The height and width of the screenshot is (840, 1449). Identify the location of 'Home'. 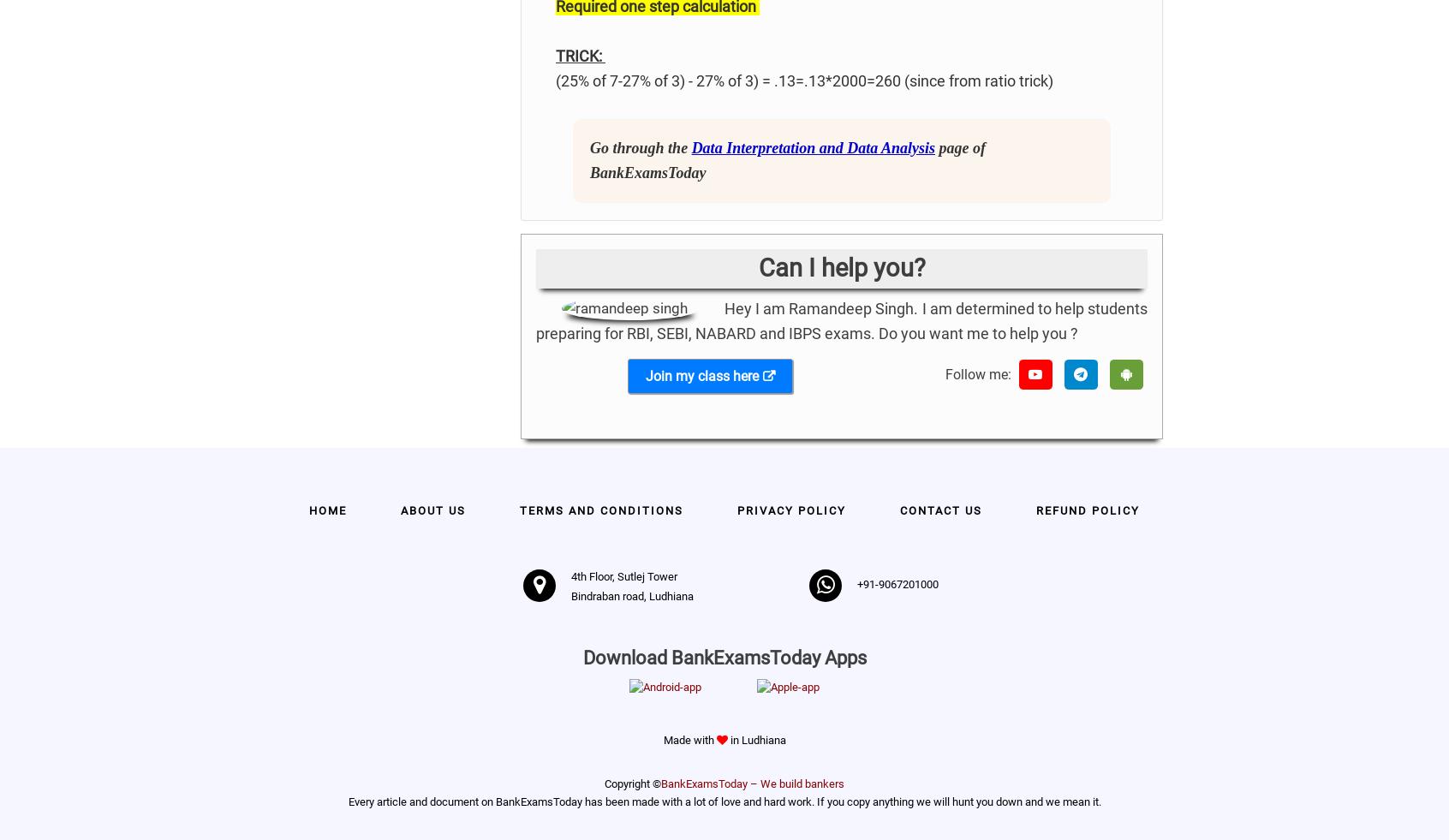
(328, 510).